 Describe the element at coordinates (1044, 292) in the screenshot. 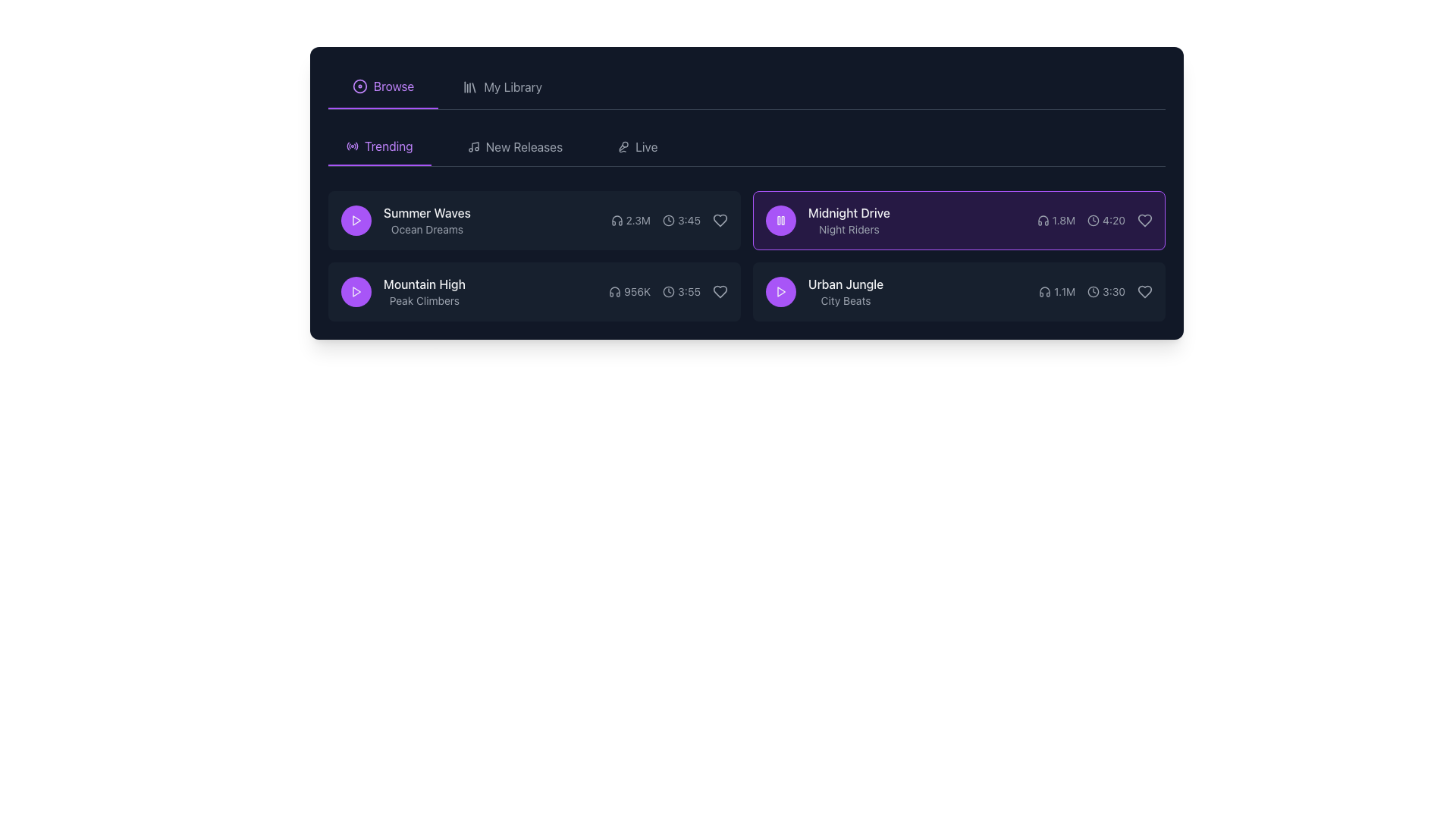

I see `the audio indicator icon located to the left of the number '1.1M' in the 'Urban Jungle' track entry` at that location.